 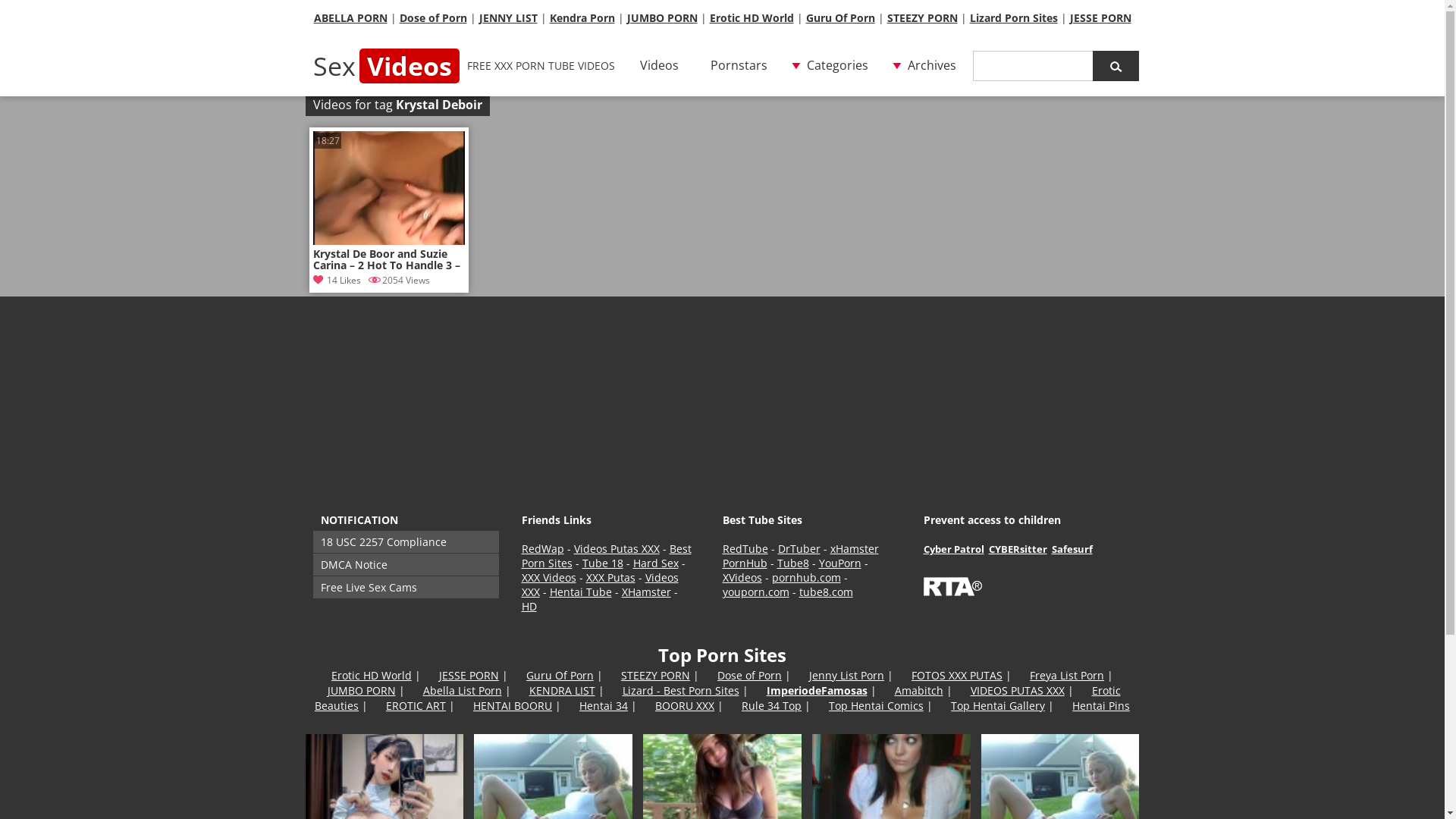 I want to click on 'Amabitch', so click(x=895, y=690).